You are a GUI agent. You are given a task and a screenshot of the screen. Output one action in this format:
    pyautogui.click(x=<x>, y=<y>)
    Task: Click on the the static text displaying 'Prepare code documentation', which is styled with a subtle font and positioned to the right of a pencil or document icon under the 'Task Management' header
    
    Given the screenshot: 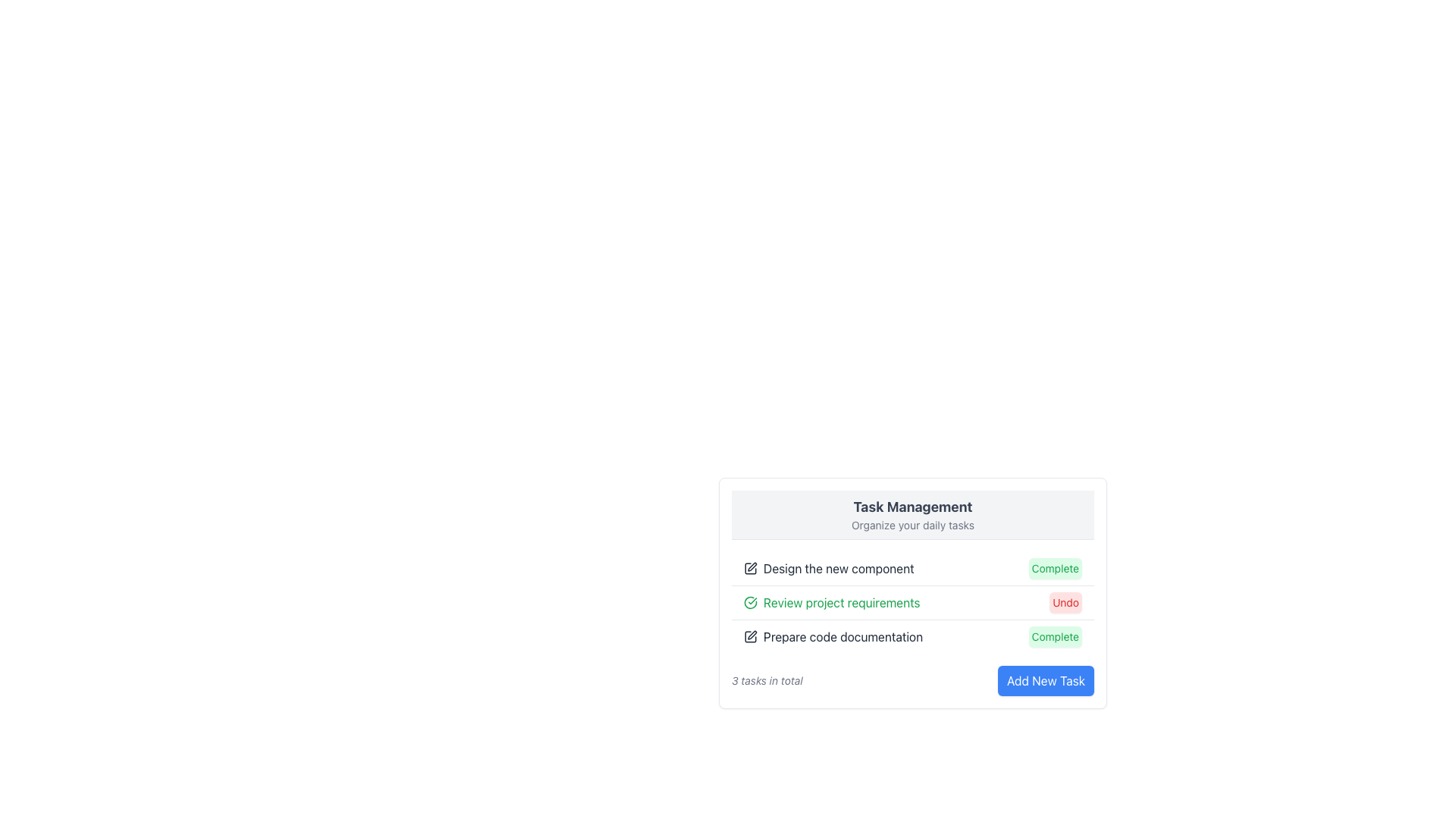 What is the action you would take?
    pyautogui.click(x=843, y=637)
    